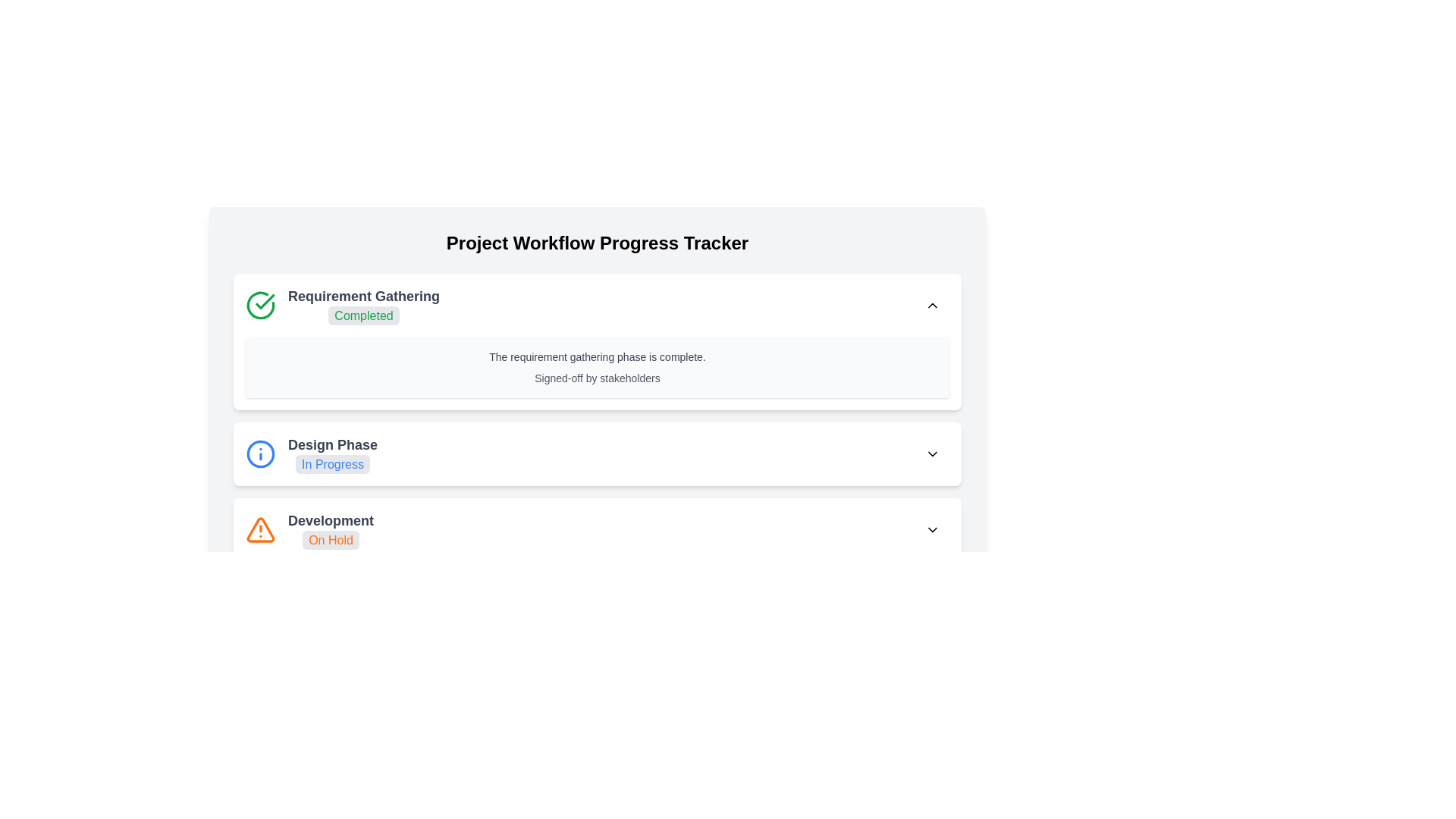 This screenshot has height=819, width=1456. I want to click on text label that provides a status update about the requirement gathering phase, located above the text 'Signed-off by stakeholders' in the 'Requirement Gathering' section, so click(596, 356).